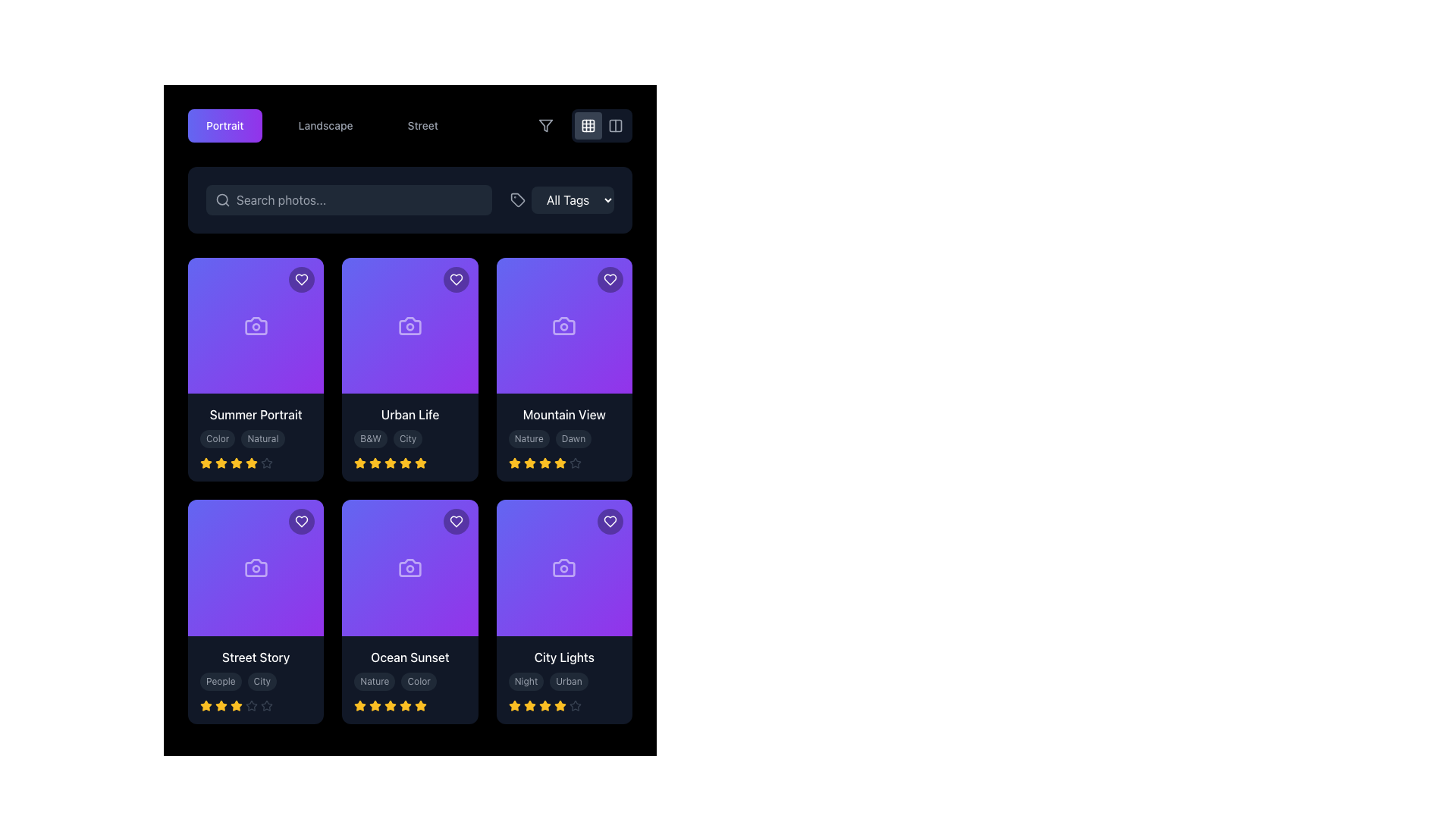 The width and height of the screenshot is (1456, 819). I want to click on the fifth star icon in the rating system of the 'Ocean Sunset' card to rate the item as 5 stars, so click(406, 705).